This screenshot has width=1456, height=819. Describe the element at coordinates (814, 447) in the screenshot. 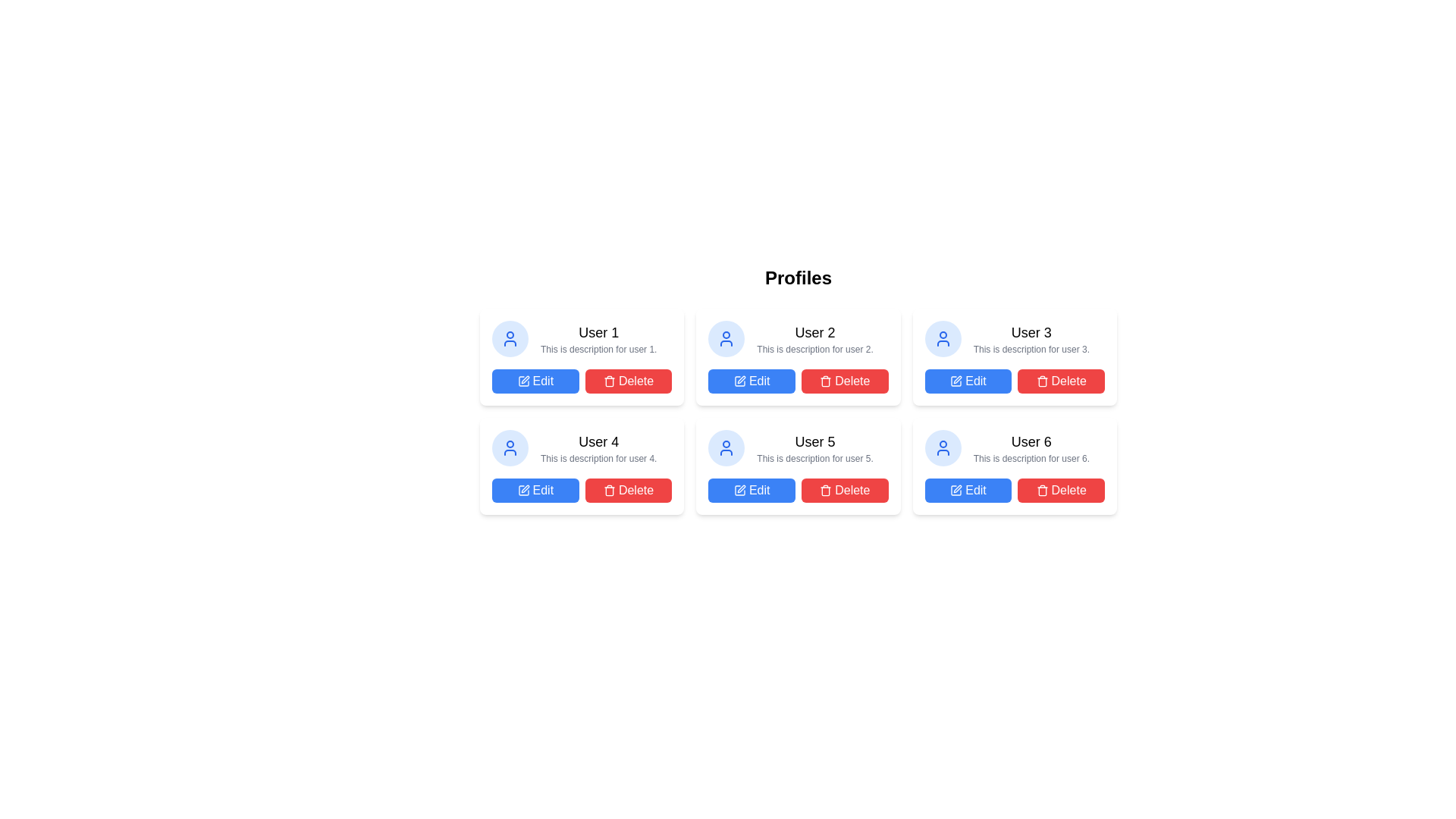

I see `the text label component displaying 'User 5' with a bold font and its subtitle in a smaller, grayed-out font, located in the second card of the second row in the user profile grid` at that location.